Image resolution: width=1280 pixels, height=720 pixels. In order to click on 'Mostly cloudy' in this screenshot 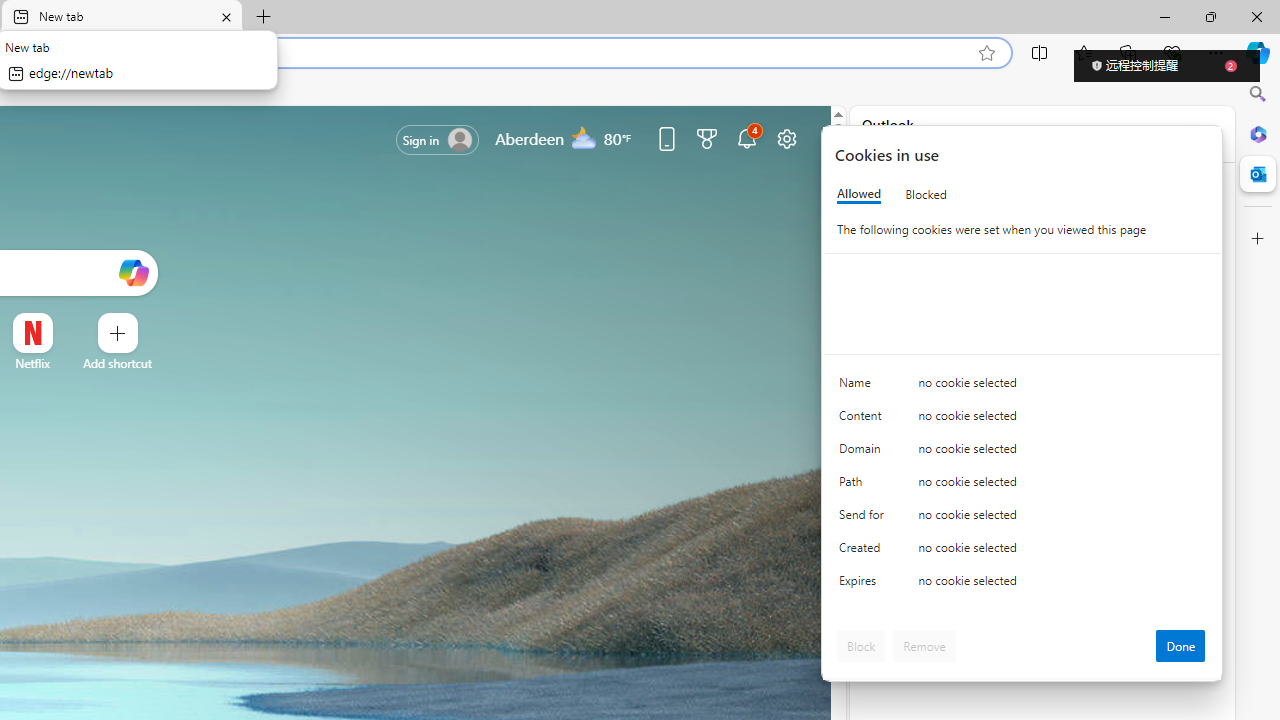, I will do `click(583, 136)`.